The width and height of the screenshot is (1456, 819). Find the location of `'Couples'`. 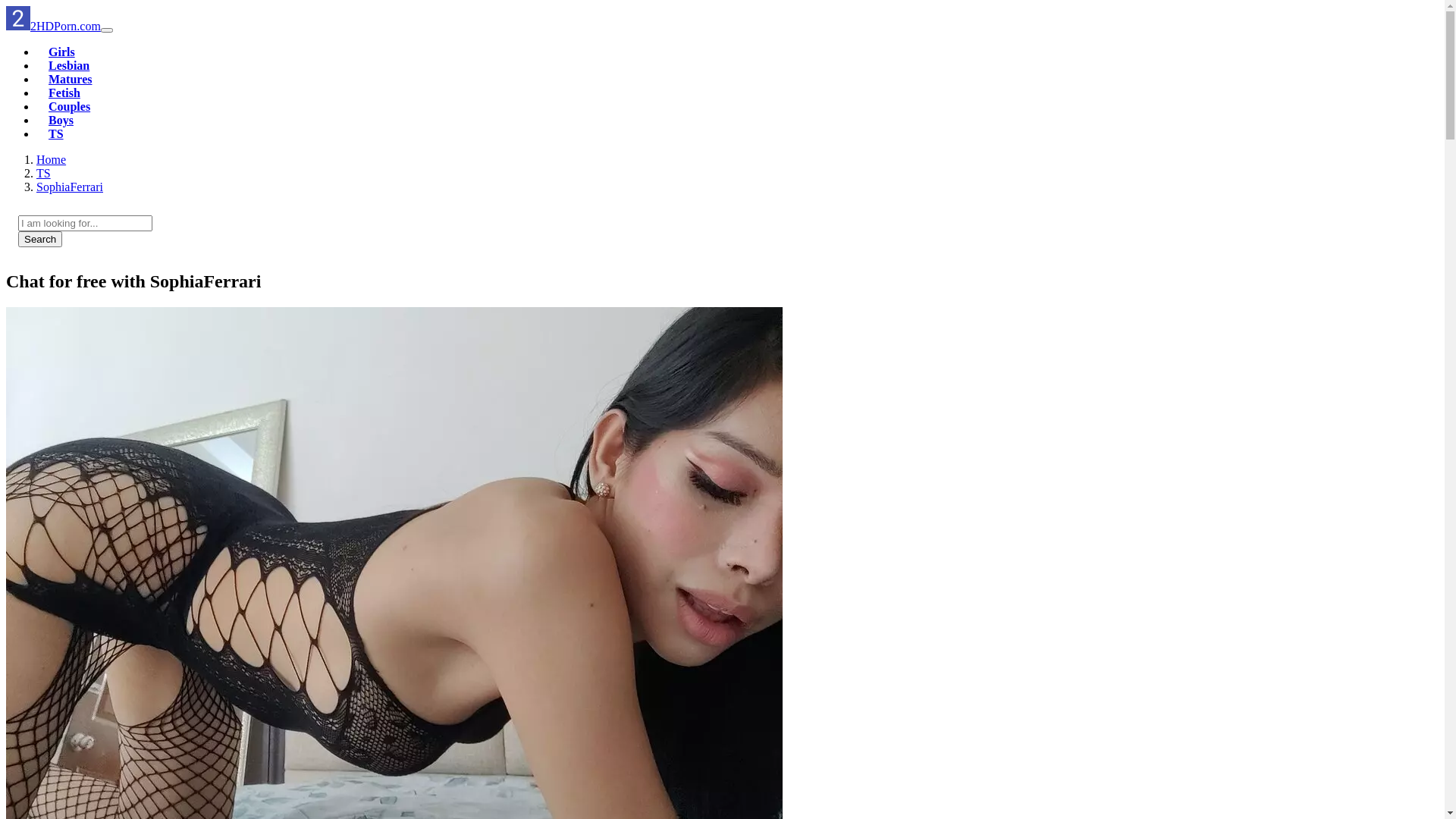

'Couples' is located at coordinates (68, 105).